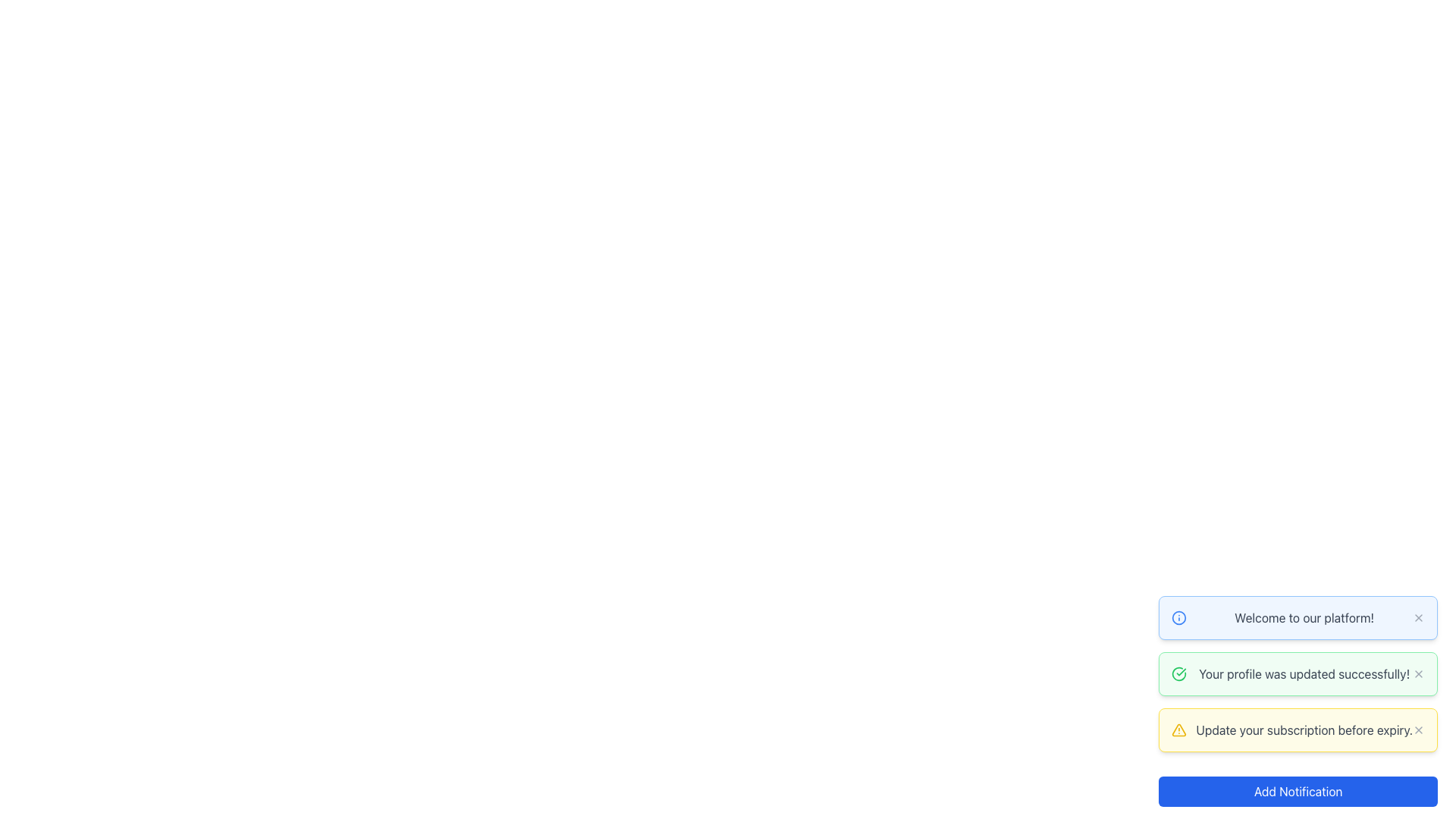 This screenshot has width=1456, height=819. Describe the element at coordinates (1178, 730) in the screenshot. I see `the alert icon indicating an important notification, which is located to the left of the notification text 'Update your subscription before expiry.'` at that location.